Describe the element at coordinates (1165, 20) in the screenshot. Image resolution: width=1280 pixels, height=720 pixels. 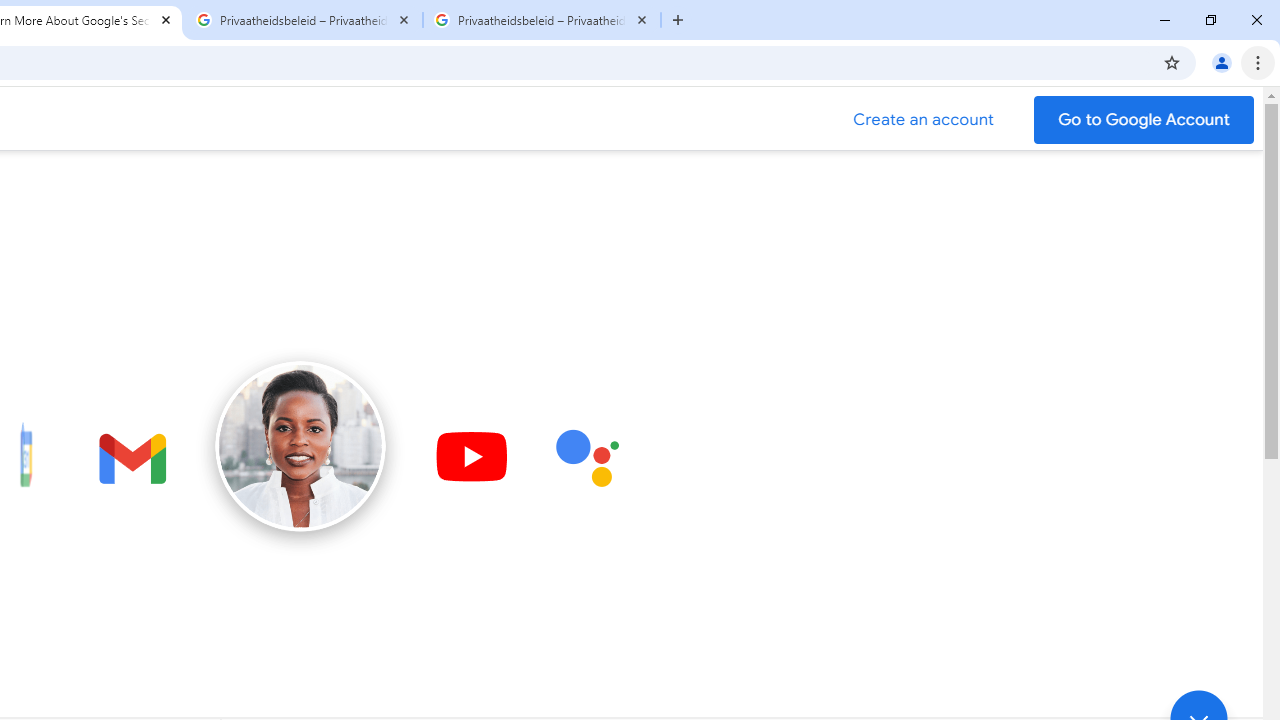
I see `'Minimize'` at that location.